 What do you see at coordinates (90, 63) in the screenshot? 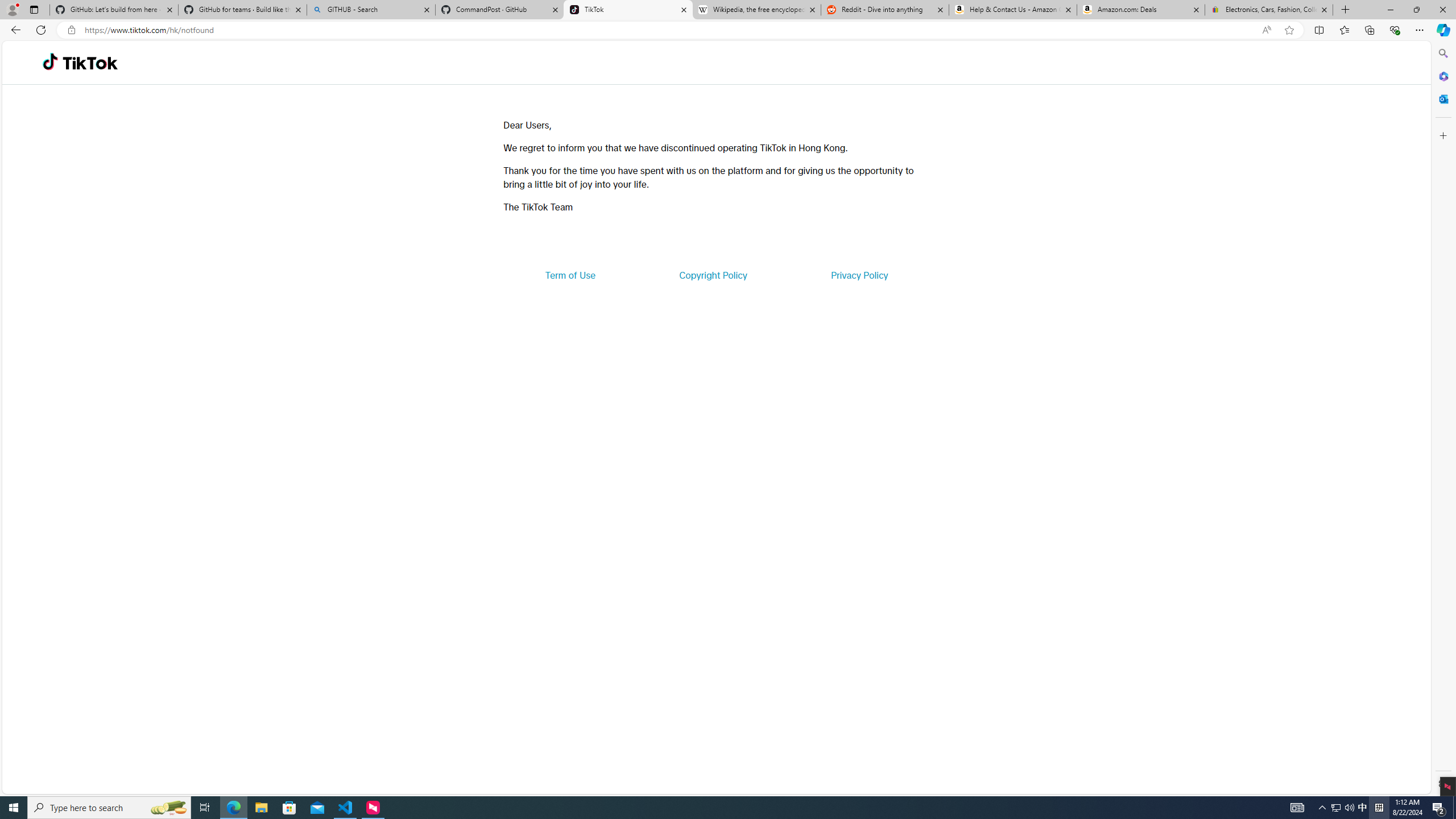
I see `'TikTok'` at bounding box center [90, 63].